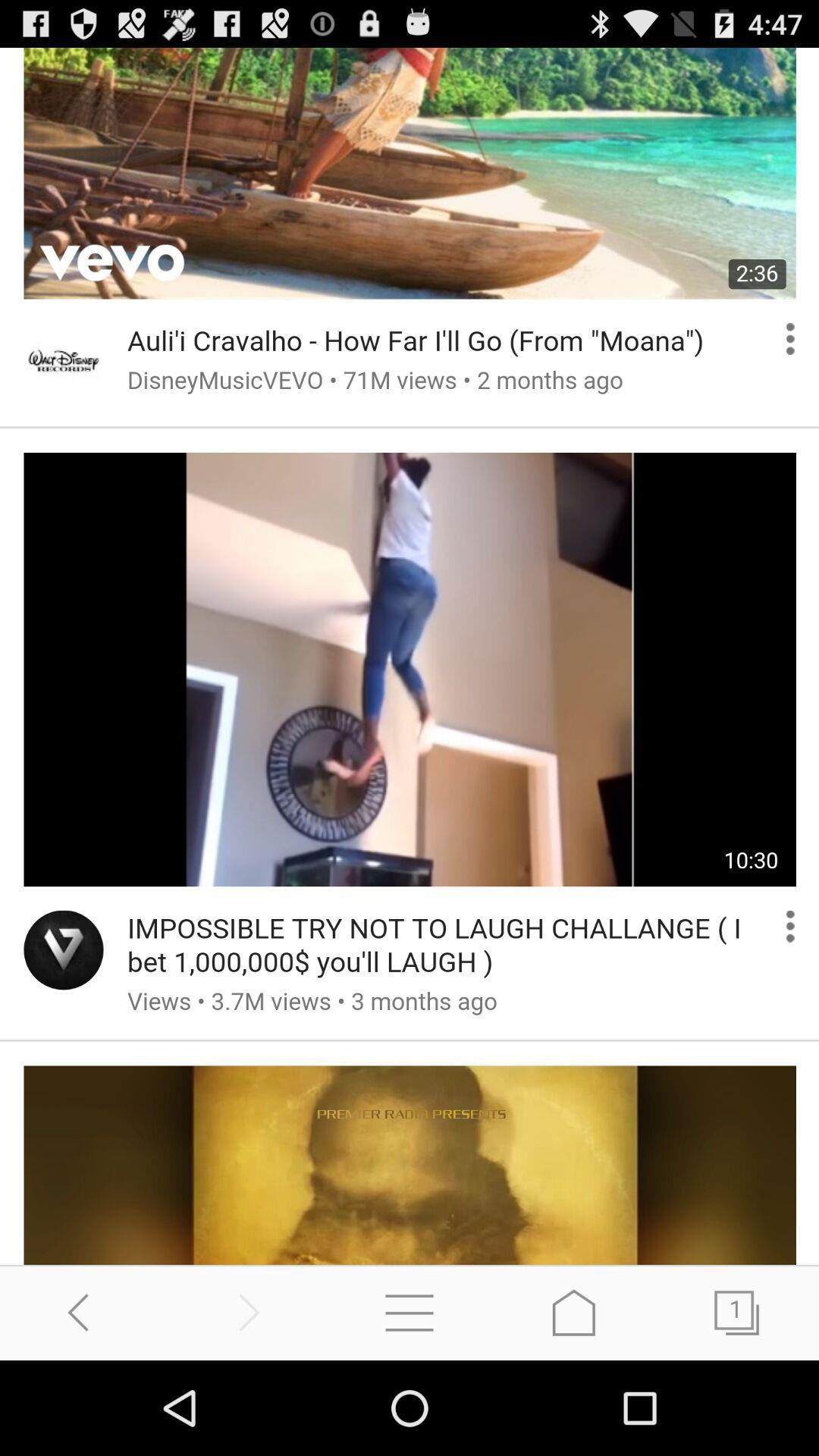  Describe the element at coordinates (573, 1312) in the screenshot. I see `go home` at that location.